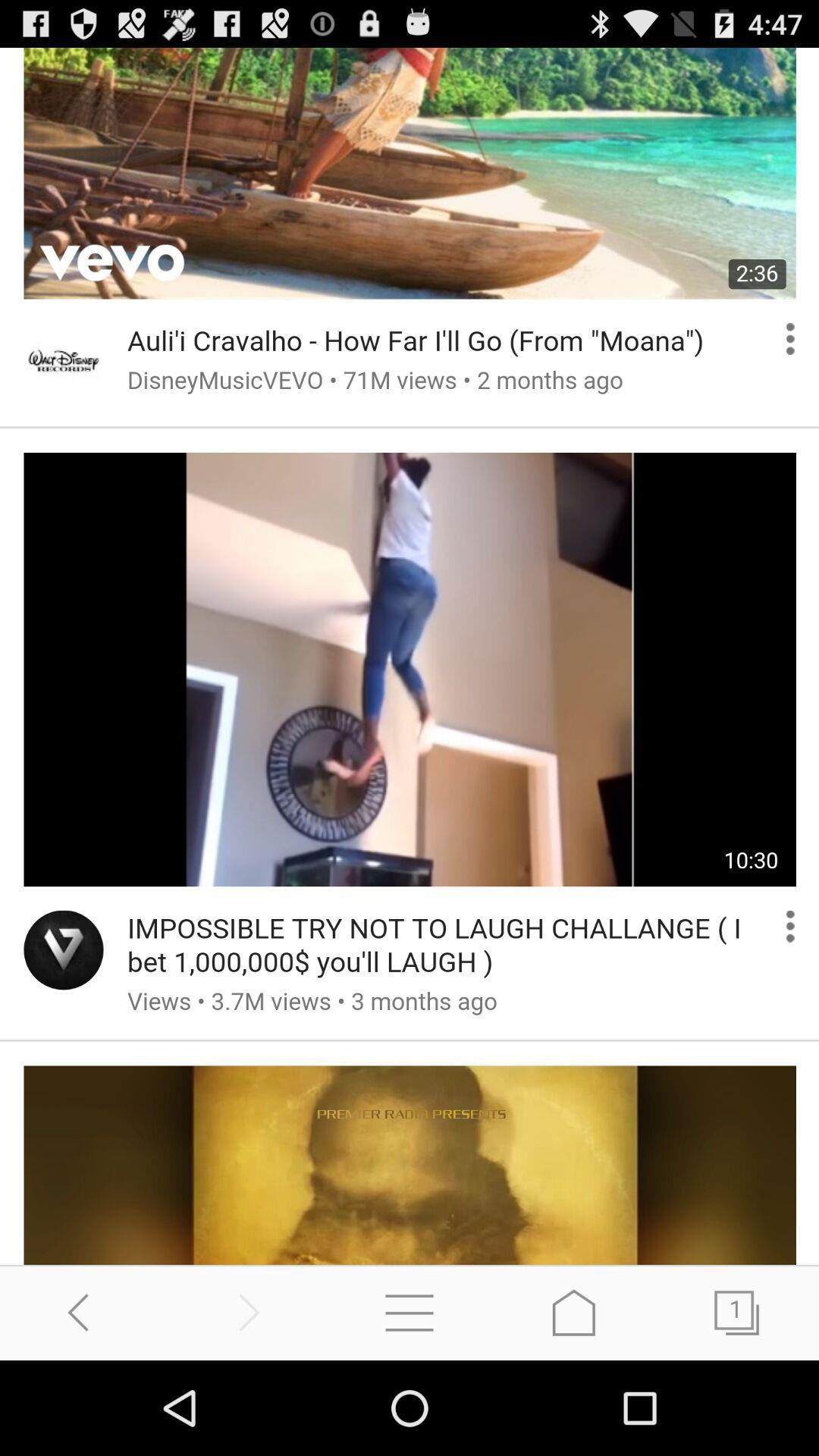  Describe the element at coordinates (573, 1312) in the screenshot. I see `go home` at that location.